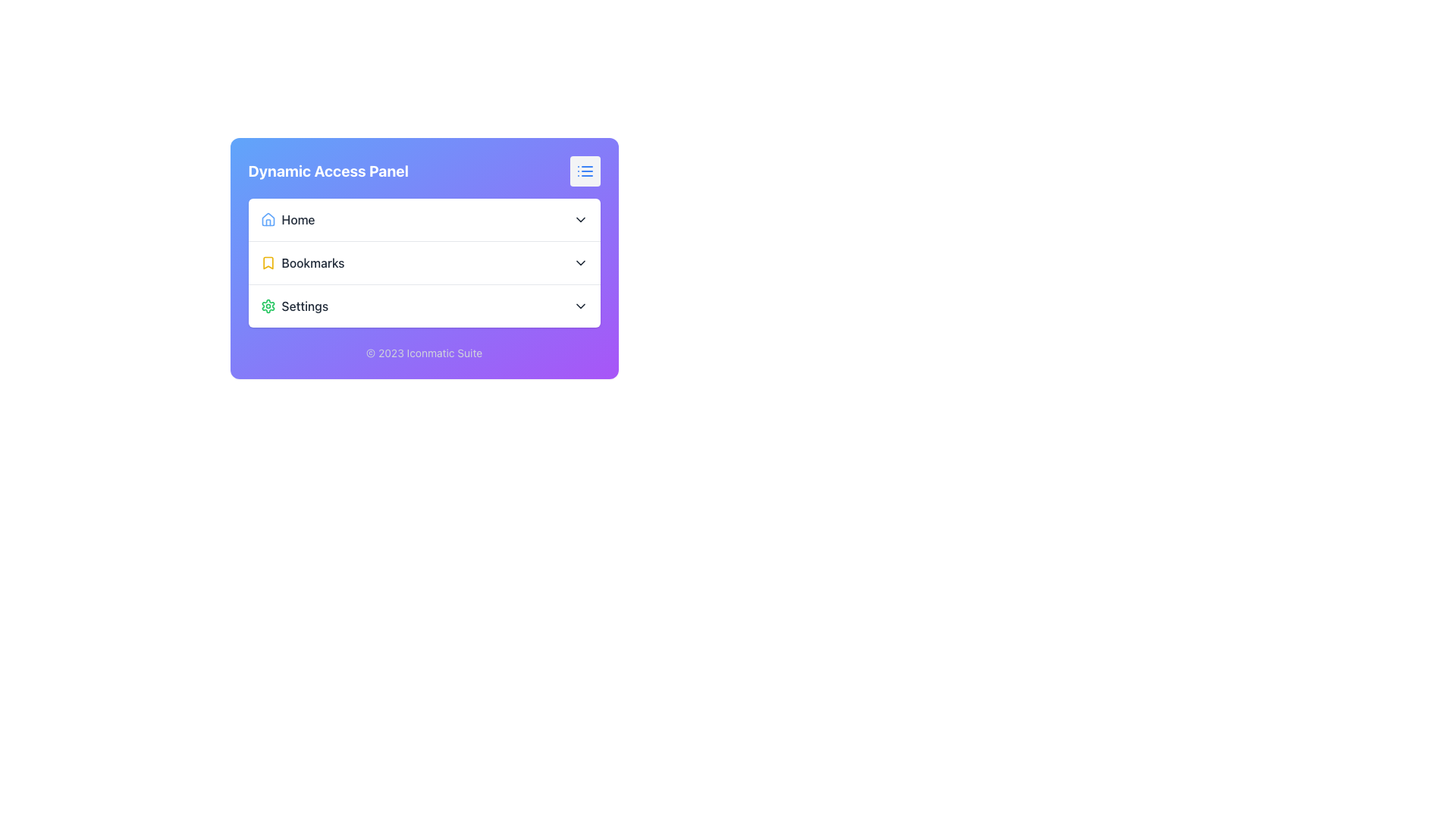 The height and width of the screenshot is (819, 1456). Describe the element at coordinates (424, 262) in the screenshot. I see `the Dropdown toggle in the Dynamic Access Panel` at that location.